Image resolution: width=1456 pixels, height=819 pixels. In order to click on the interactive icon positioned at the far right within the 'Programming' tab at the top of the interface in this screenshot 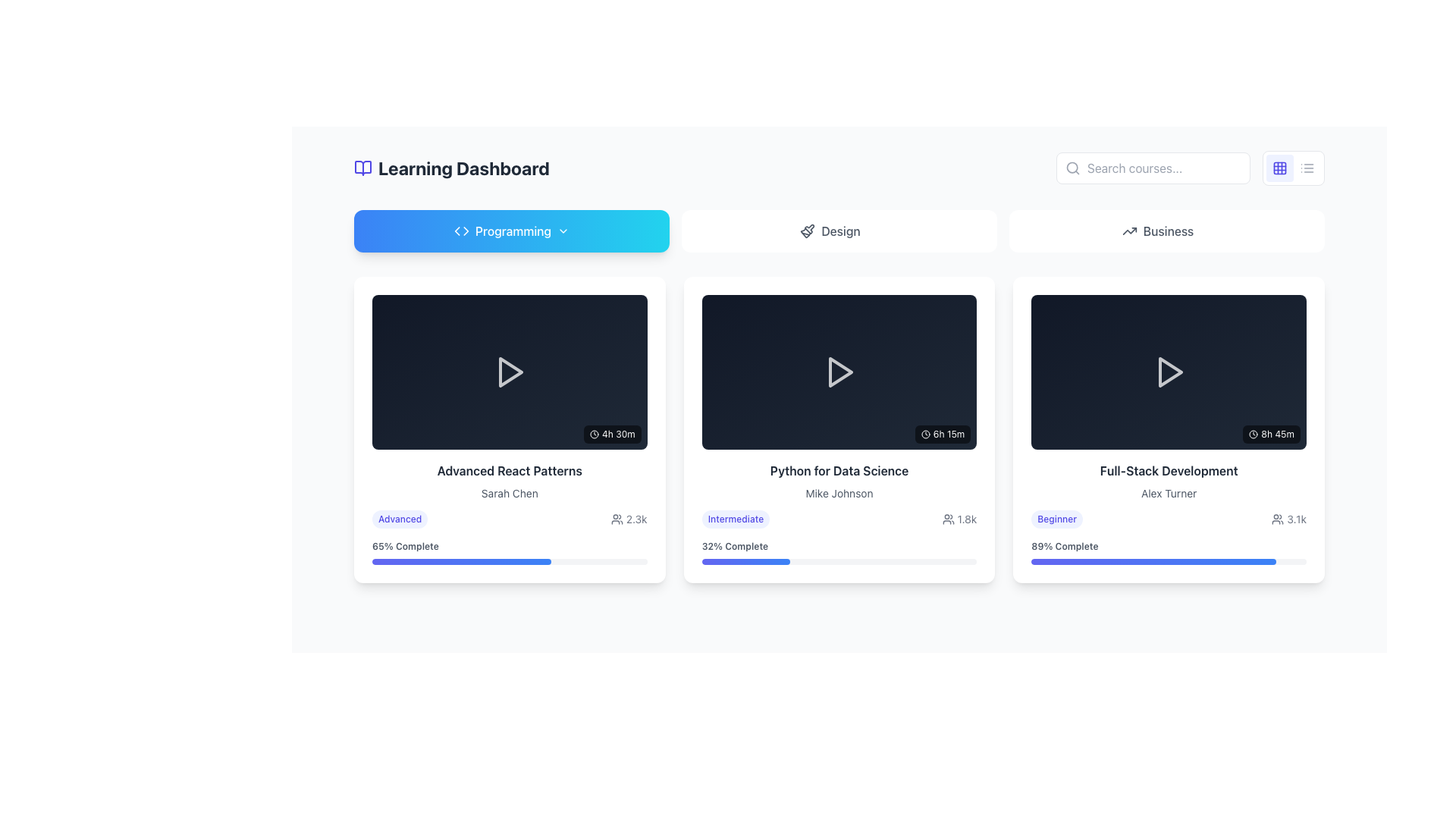, I will do `click(563, 231)`.